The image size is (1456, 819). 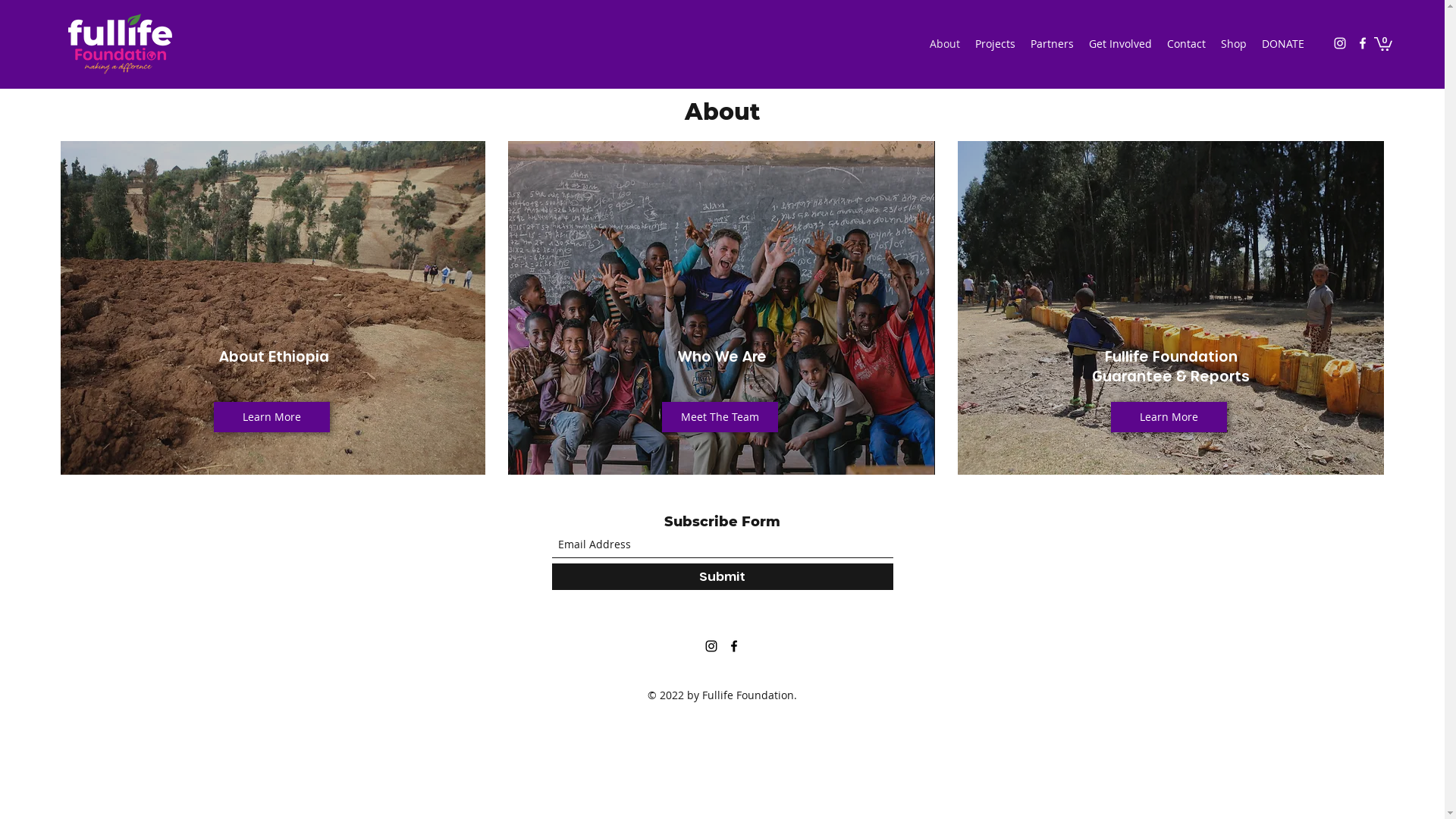 What do you see at coordinates (1185, 42) in the screenshot?
I see `'Contact'` at bounding box center [1185, 42].